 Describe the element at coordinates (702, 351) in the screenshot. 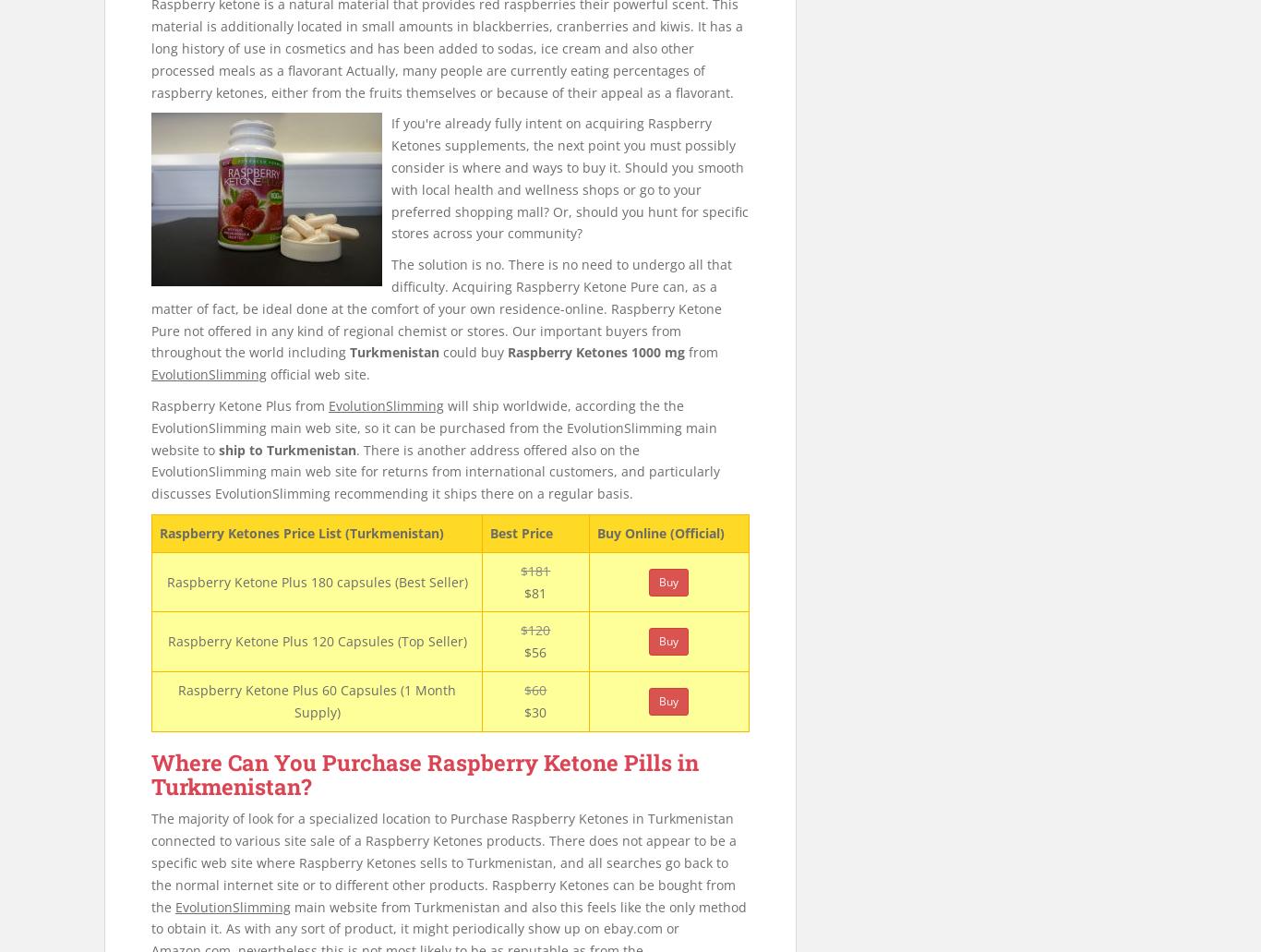

I see `'from'` at that location.